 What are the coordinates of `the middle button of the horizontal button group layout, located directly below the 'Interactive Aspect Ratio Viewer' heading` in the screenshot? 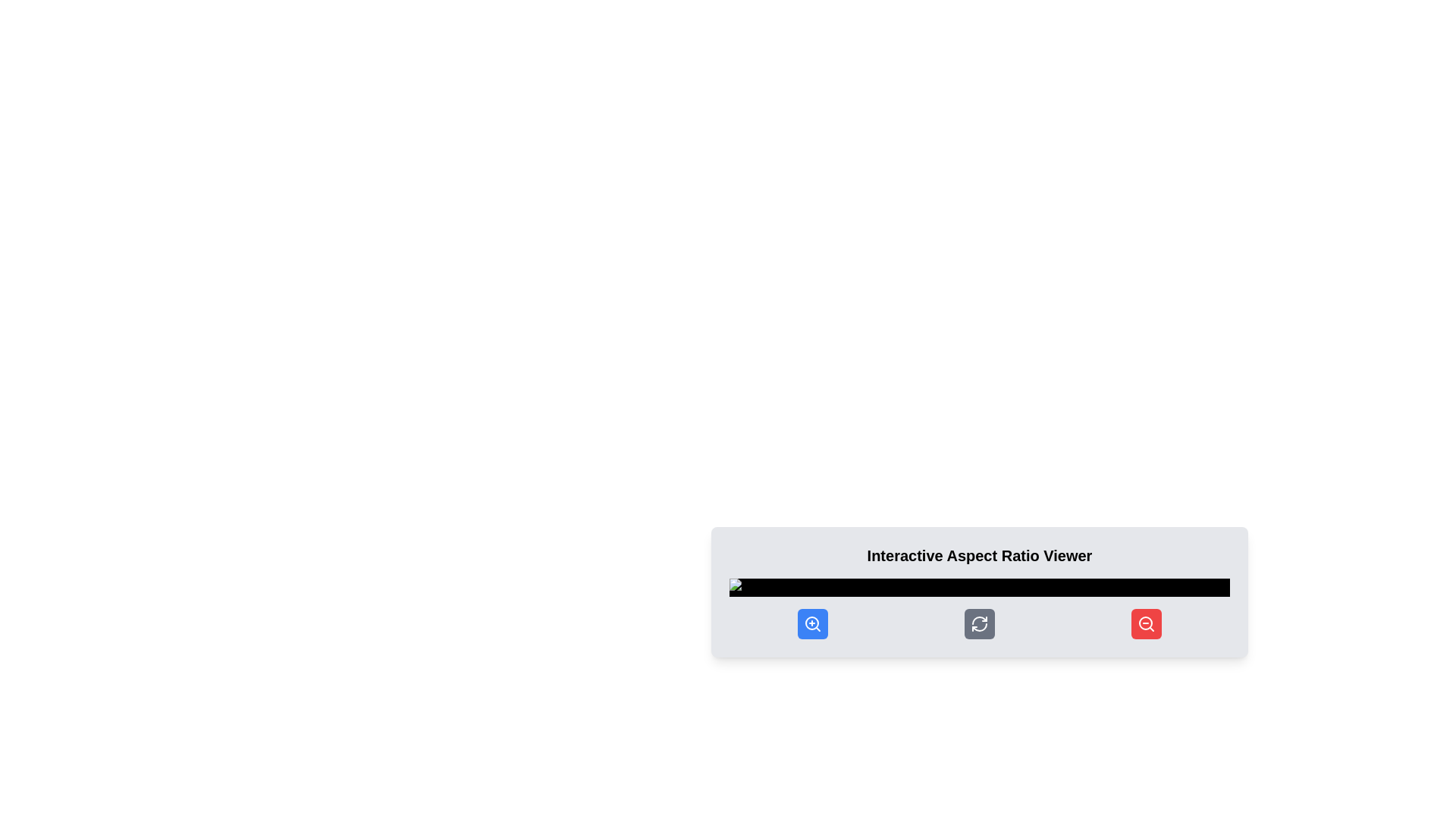 It's located at (979, 623).